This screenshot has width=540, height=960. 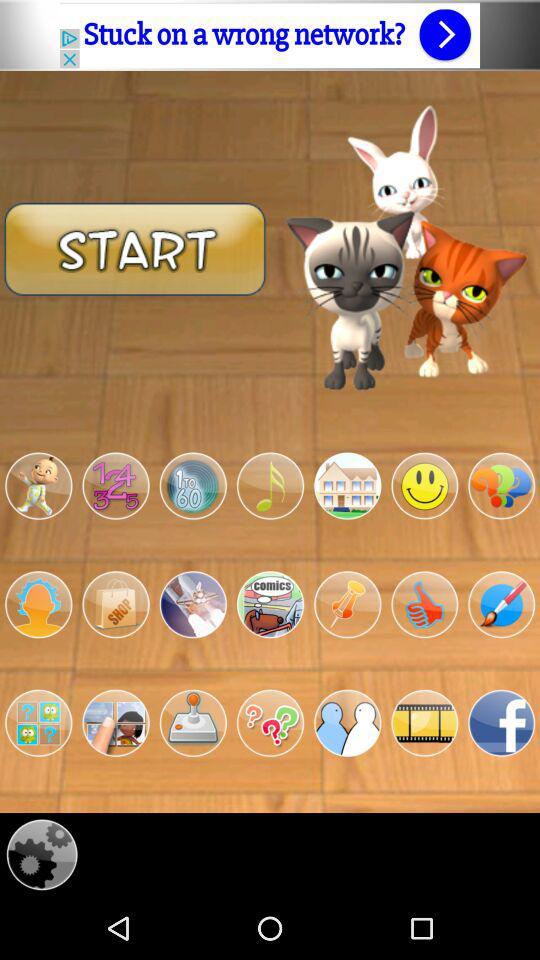 What do you see at coordinates (500, 722) in the screenshot?
I see `connect facebook` at bounding box center [500, 722].